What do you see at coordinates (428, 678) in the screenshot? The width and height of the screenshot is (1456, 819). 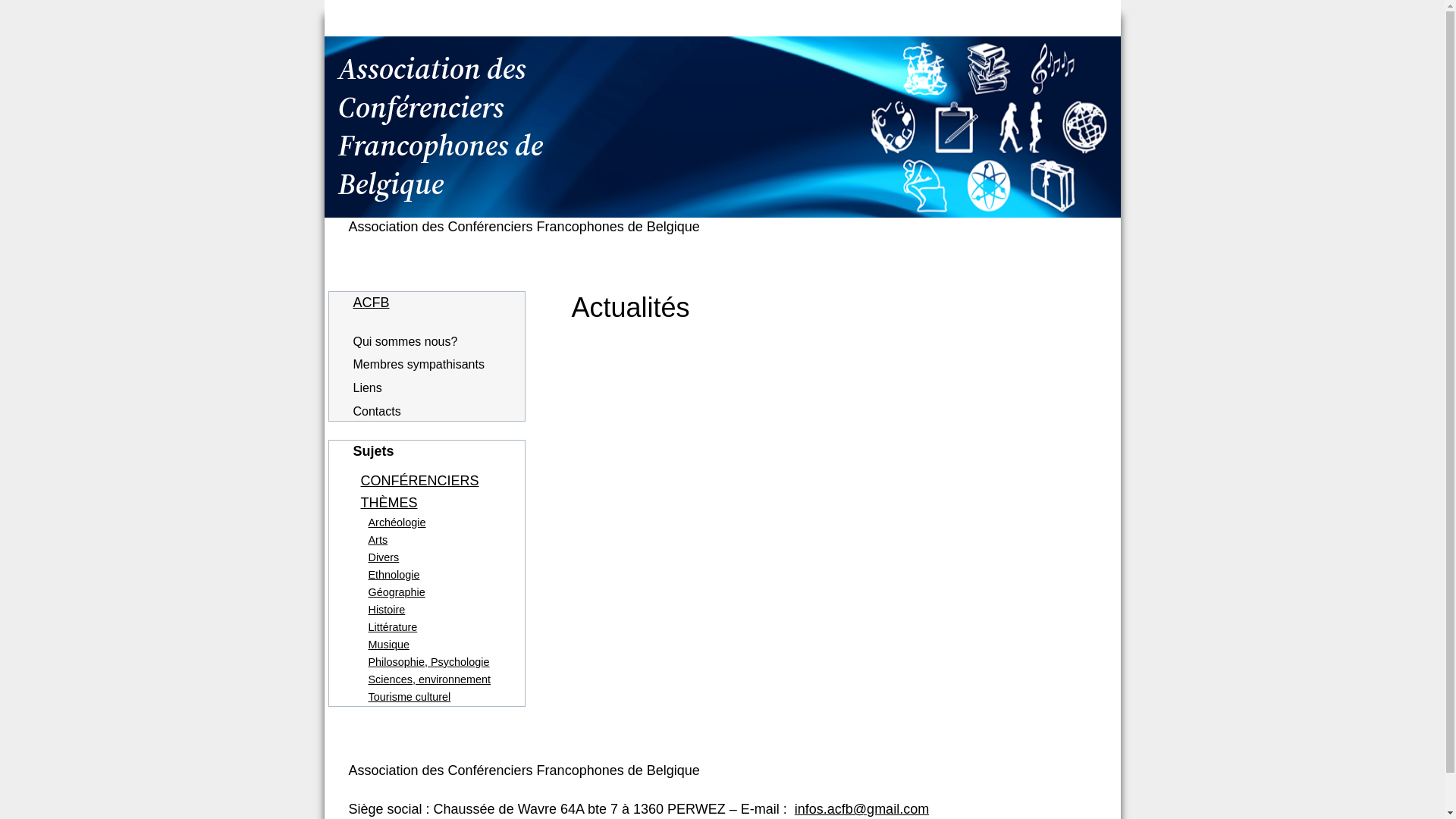 I see `'Sciences, environnement'` at bounding box center [428, 678].